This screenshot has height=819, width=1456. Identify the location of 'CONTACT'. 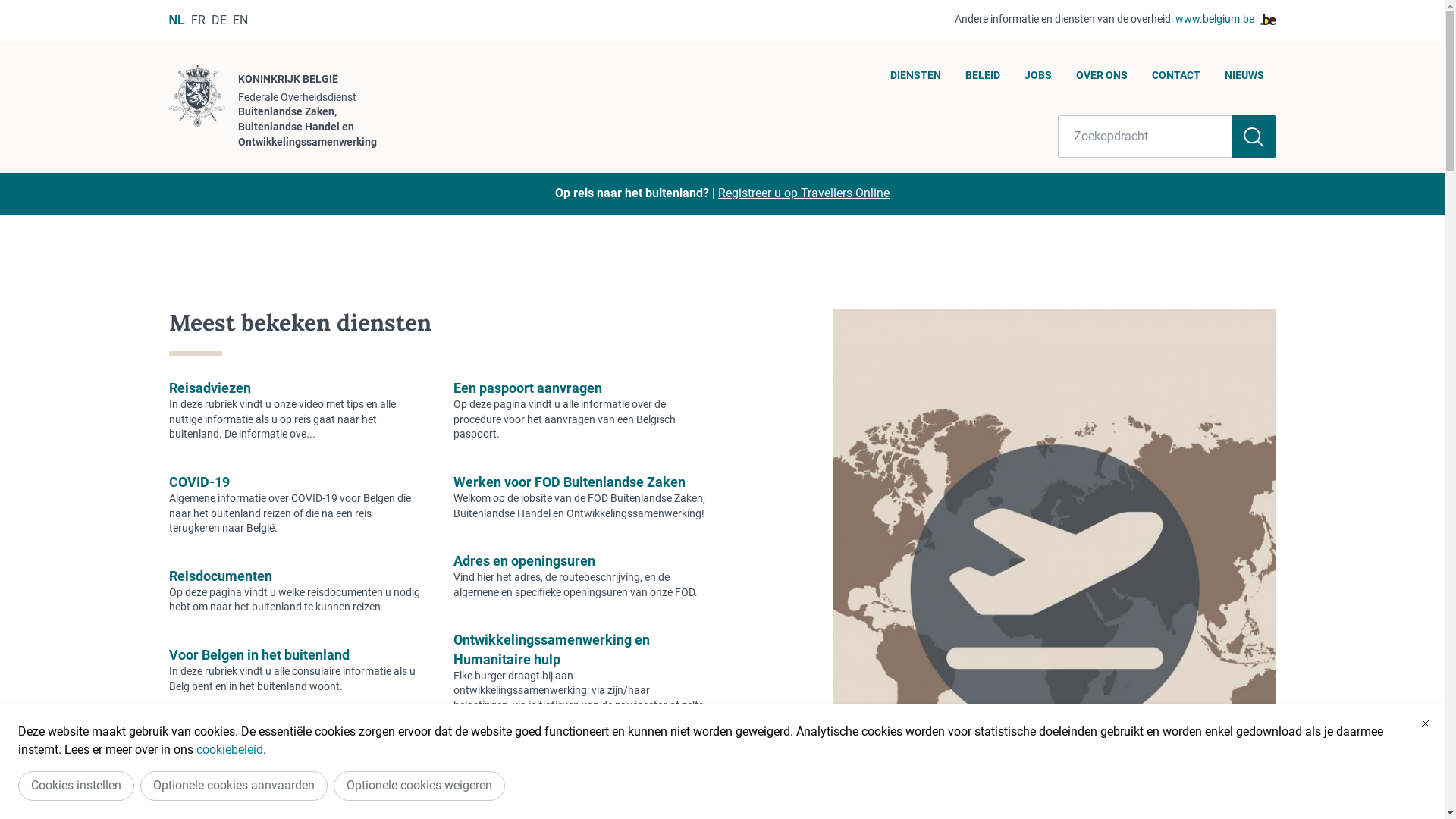
(1175, 79).